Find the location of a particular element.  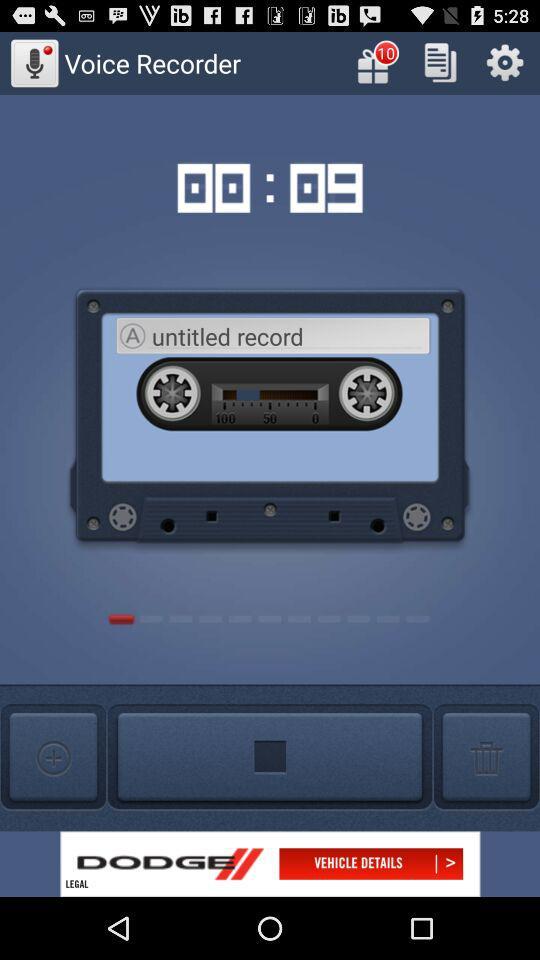

shows dodge option is located at coordinates (270, 863).